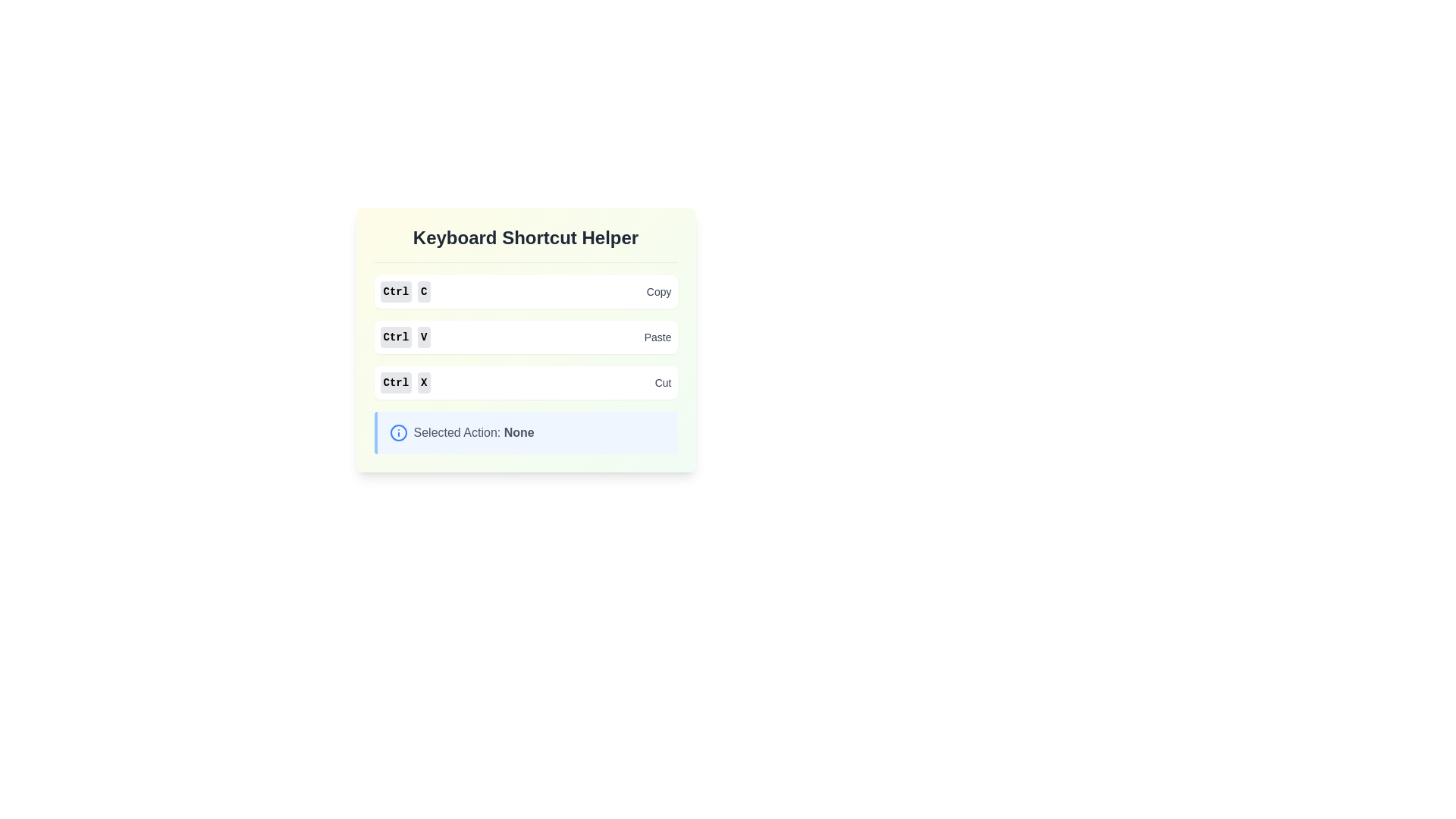  I want to click on the 'V' key badge in the 'Keyboard Shortcut Helper' layout, which visually represents the 'Paste' action associated with 'Ctrl V', so click(424, 336).